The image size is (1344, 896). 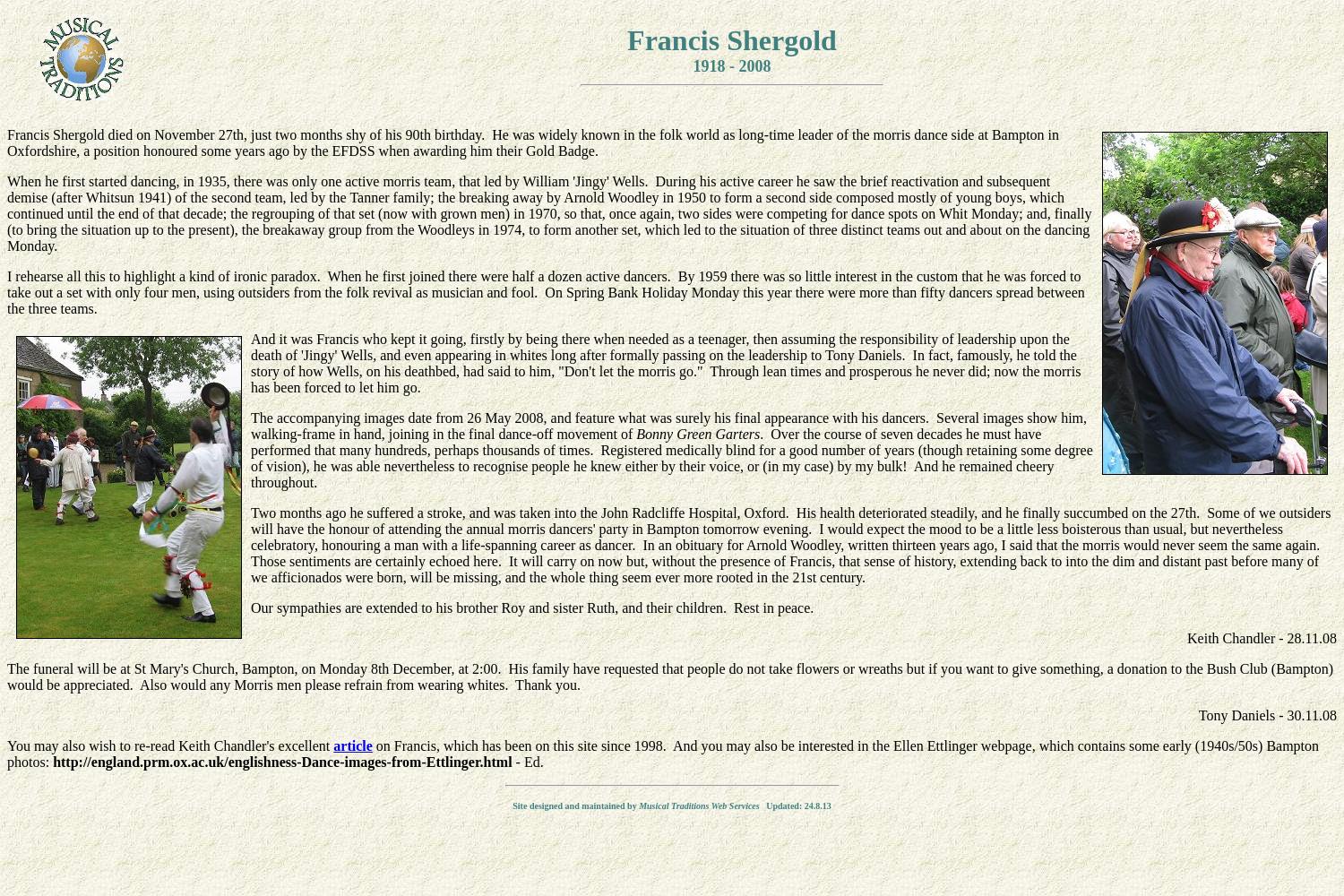 I want to click on '1918 - 2008', so click(x=730, y=65).